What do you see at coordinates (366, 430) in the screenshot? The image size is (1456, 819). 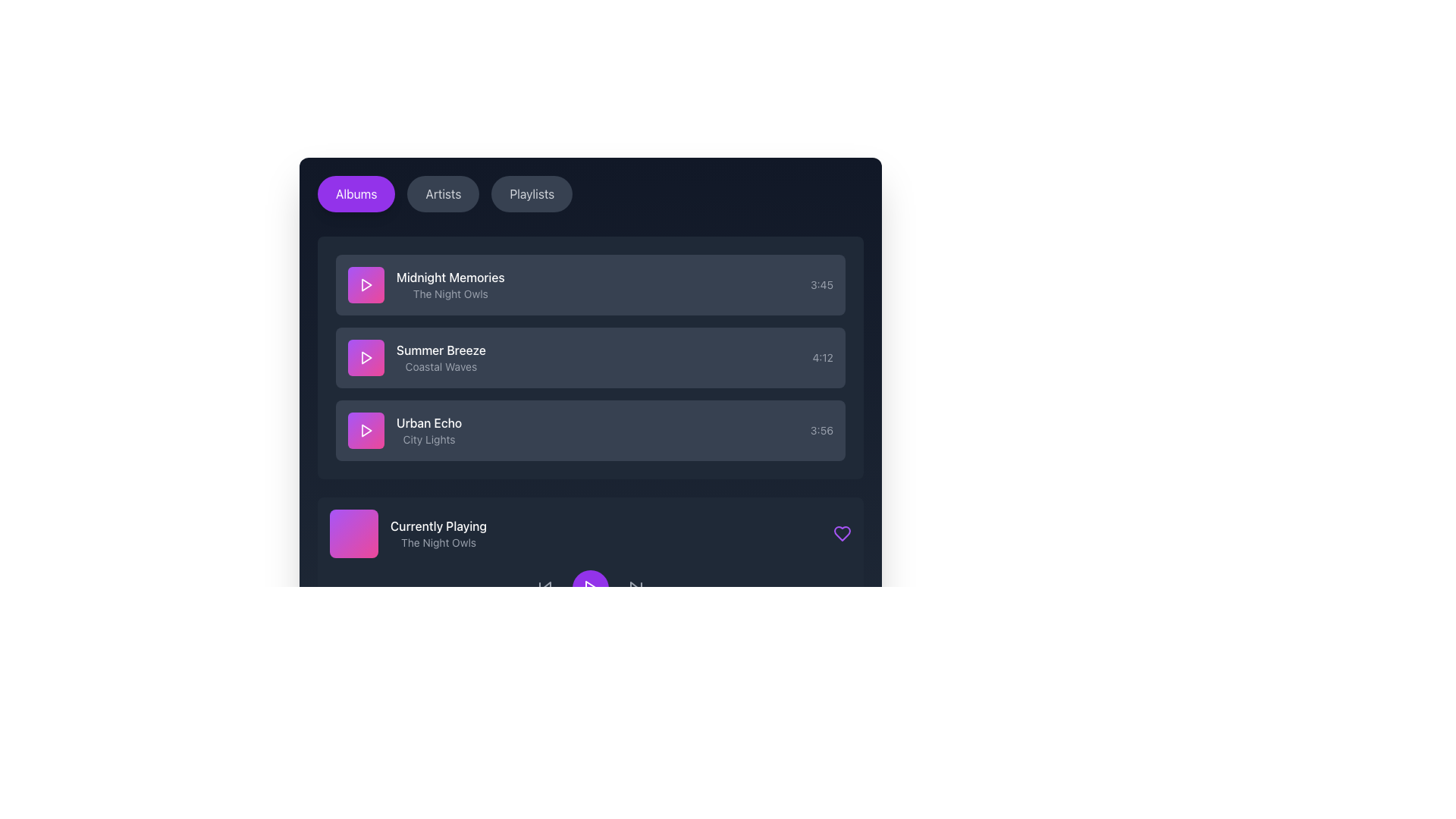 I see `the Play button icon for the third item in the 'Urban Echo' segment` at bounding box center [366, 430].